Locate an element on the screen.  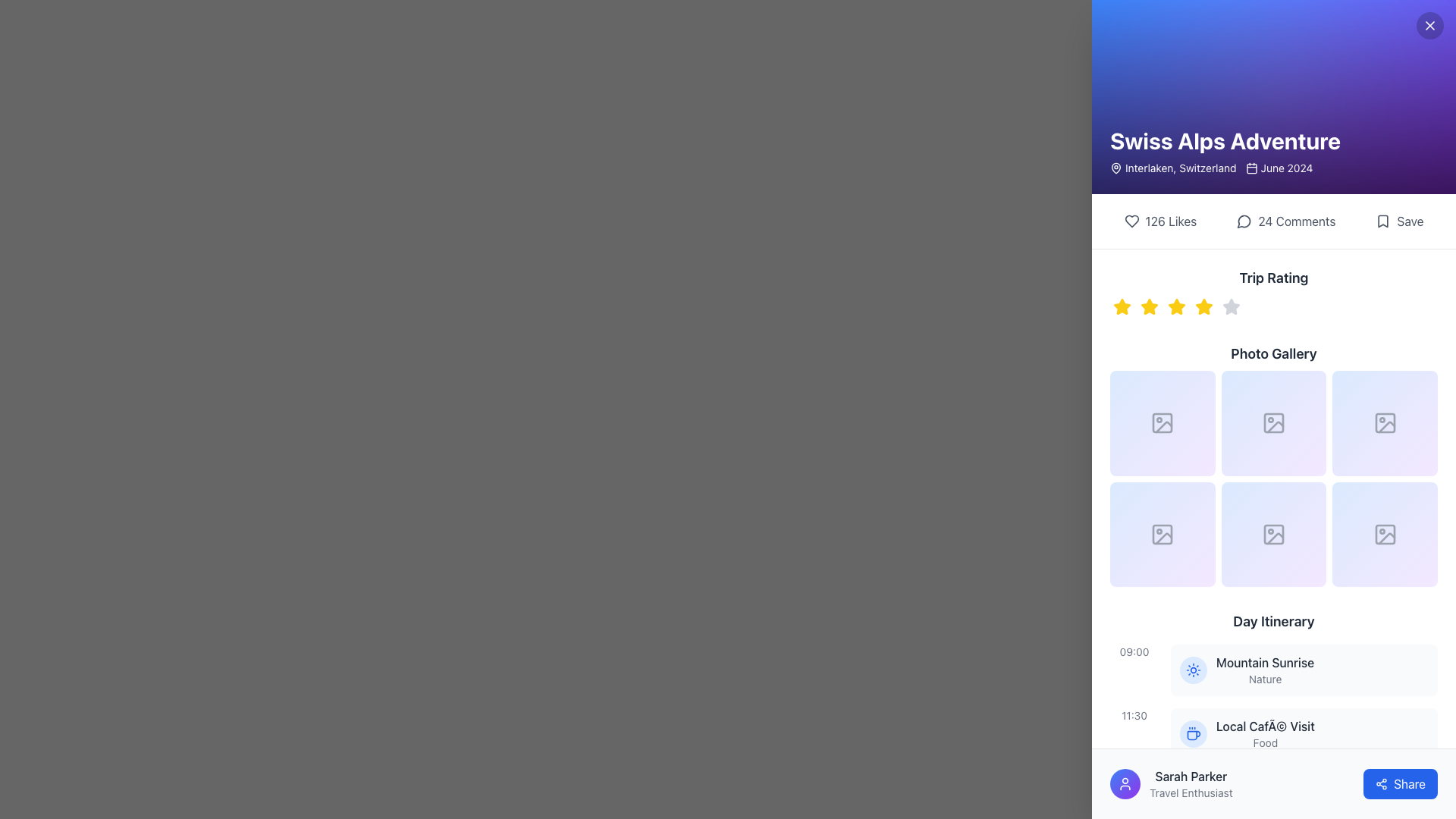
the star in the rating control beneath the title 'Trip Rating' is located at coordinates (1274, 307).